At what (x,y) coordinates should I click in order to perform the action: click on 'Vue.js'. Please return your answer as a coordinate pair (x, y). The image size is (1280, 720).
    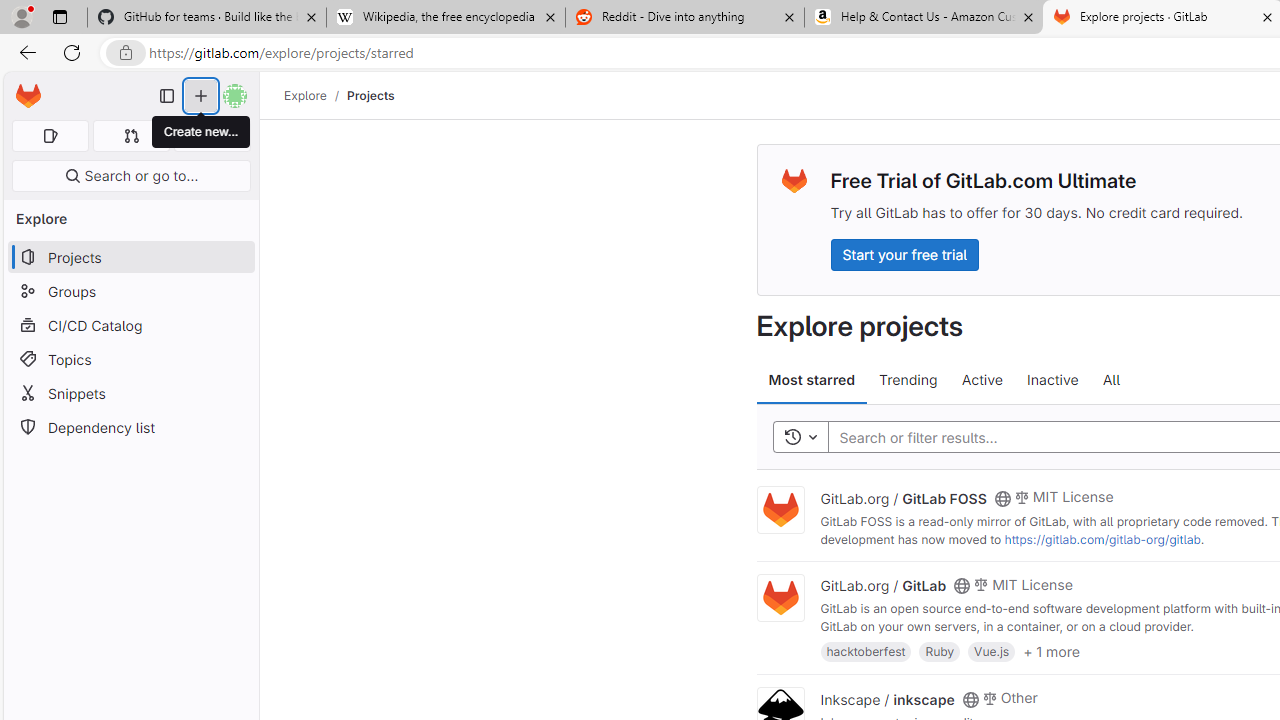
    Looking at the image, I should click on (992, 651).